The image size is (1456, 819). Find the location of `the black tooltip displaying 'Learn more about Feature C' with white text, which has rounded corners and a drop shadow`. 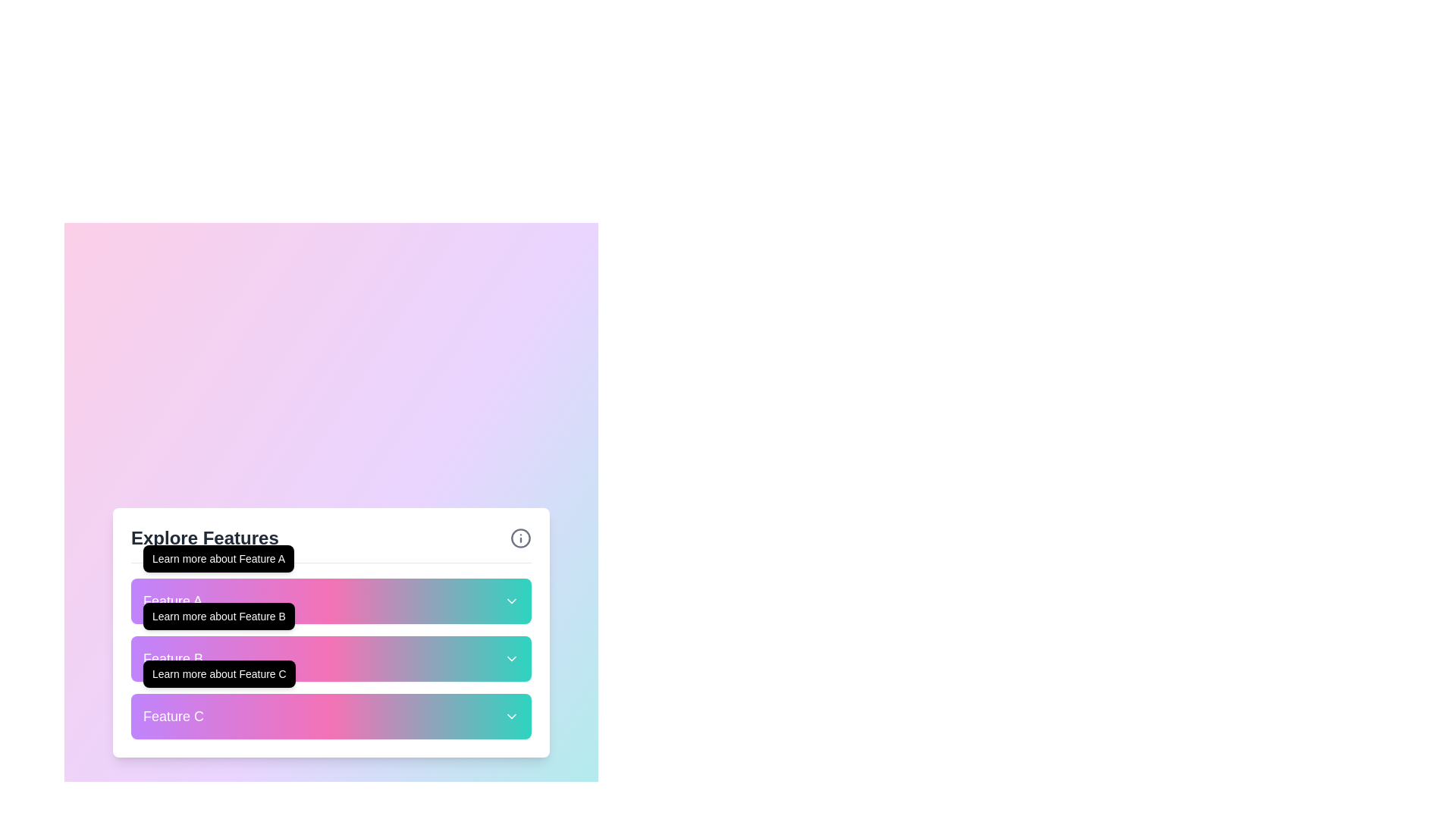

the black tooltip displaying 'Learn more about Feature C' with white text, which has rounded corners and a drop shadow is located at coordinates (218, 673).